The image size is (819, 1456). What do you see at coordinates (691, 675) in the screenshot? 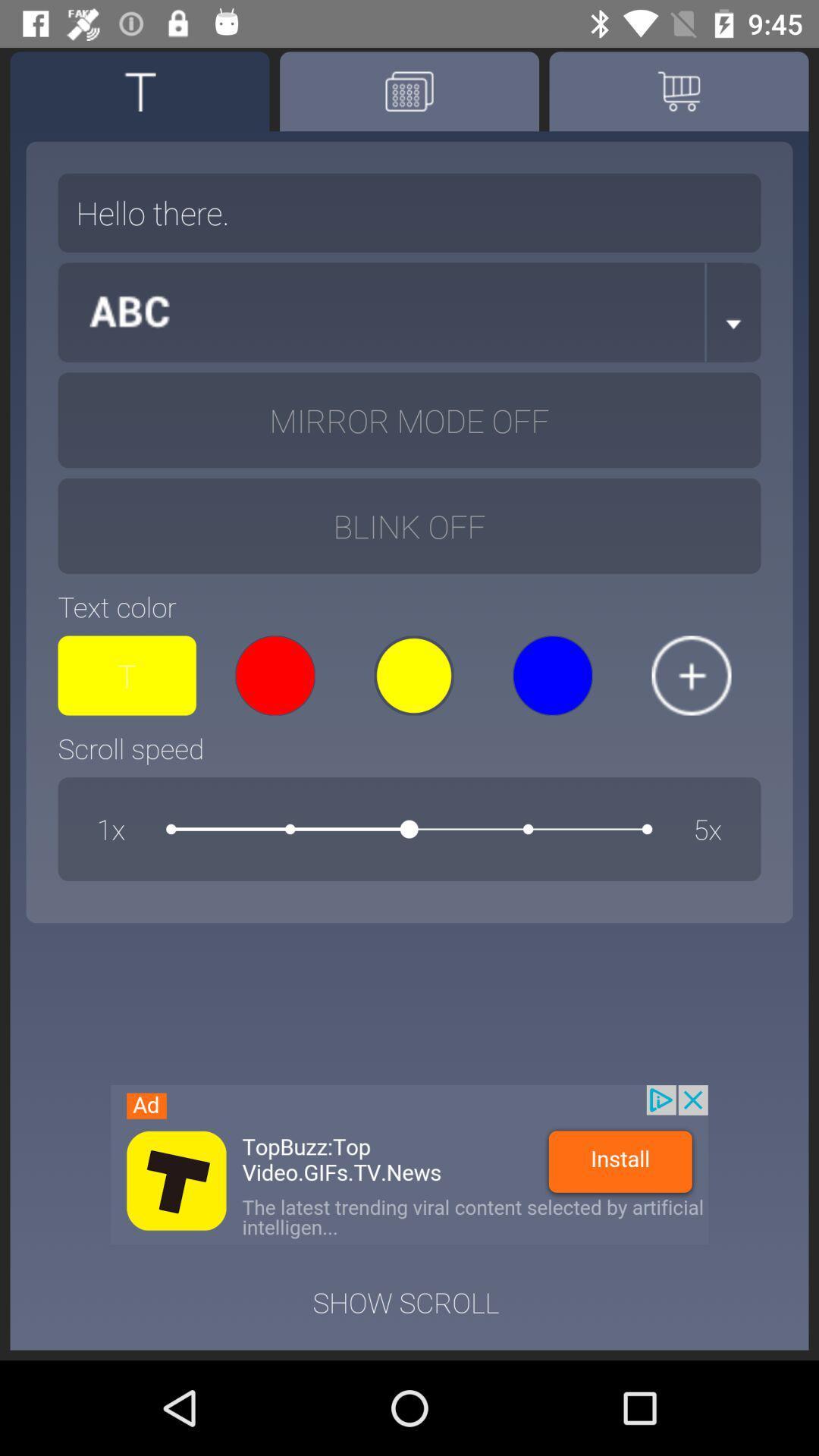
I see `add text color` at bounding box center [691, 675].